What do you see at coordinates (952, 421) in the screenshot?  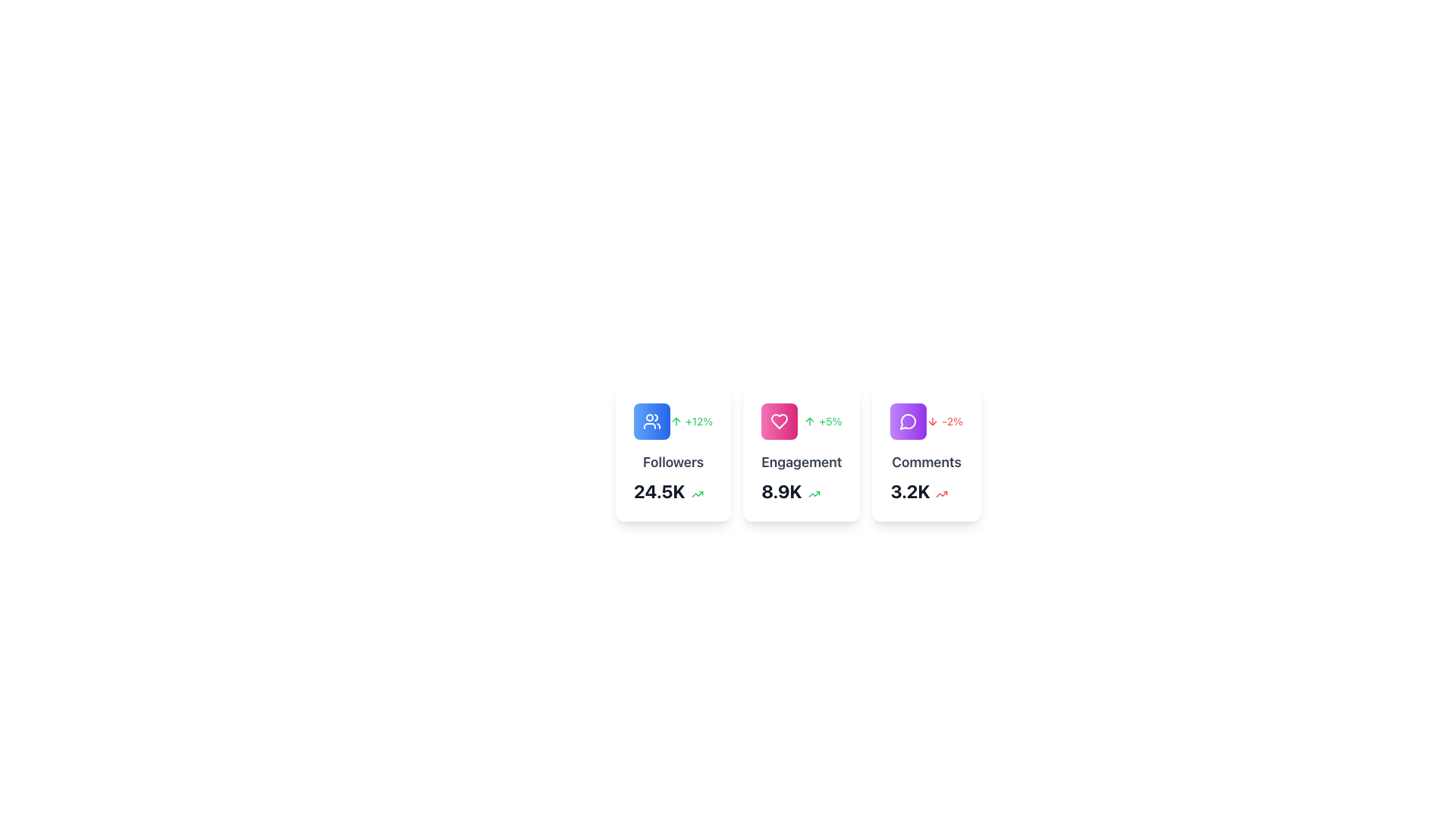 I see `the static text label displaying '-2%' in red color, located in the upper right portion of the third card labeled 'Comments'` at bounding box center [952, 421].